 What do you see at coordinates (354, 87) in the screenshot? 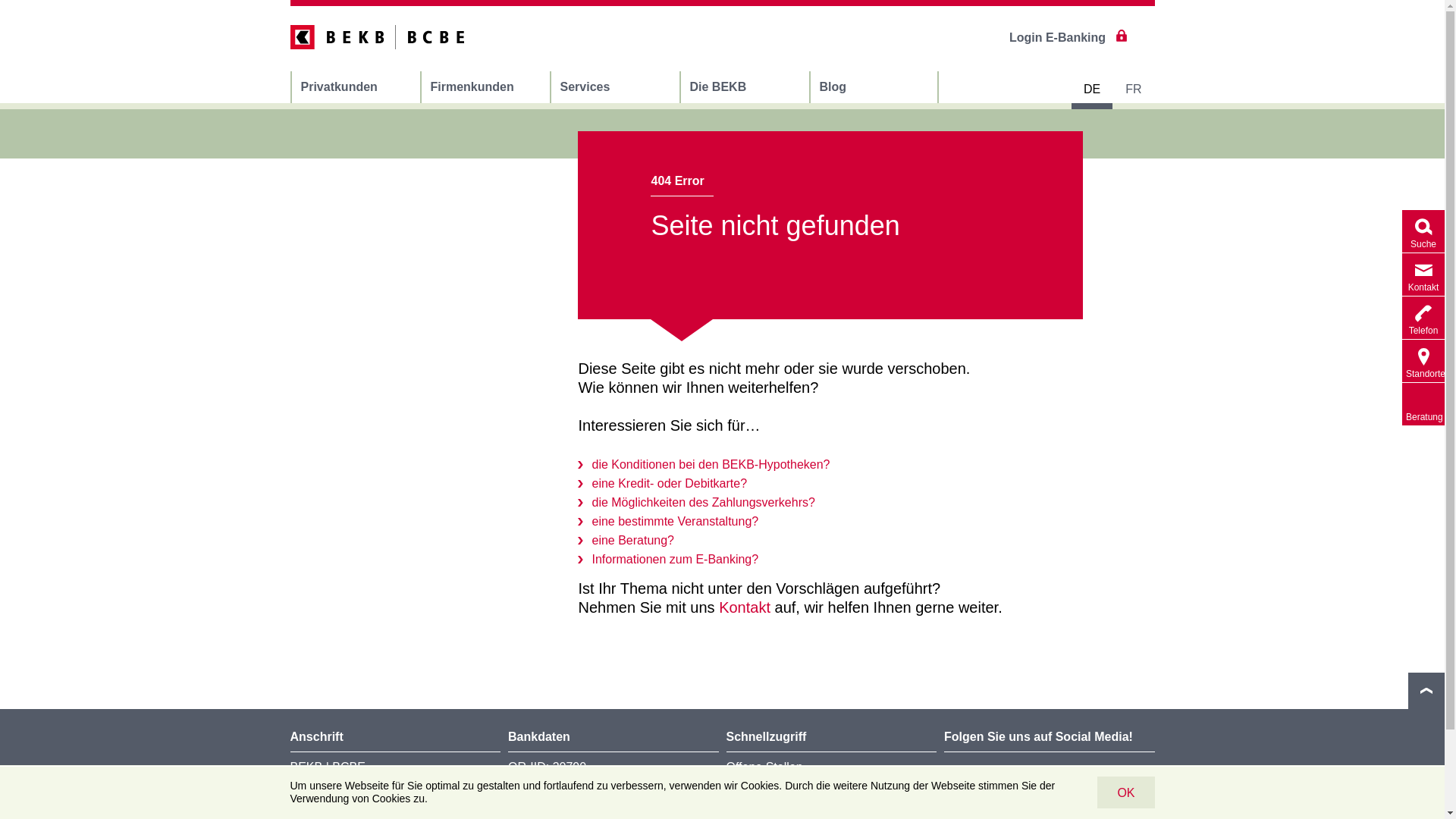
I see `'Privatkunden'` at bounding box center [354, 87].